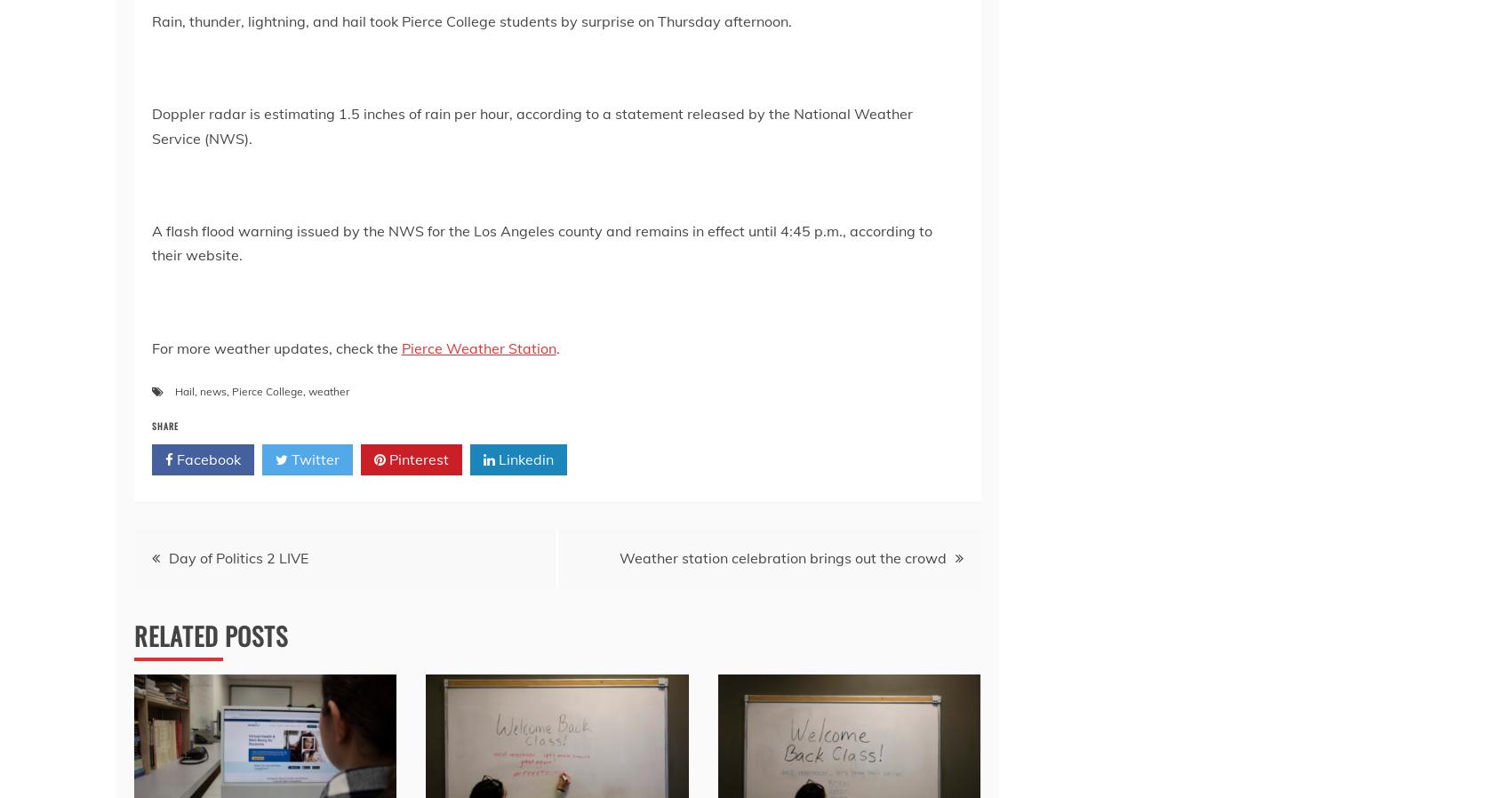  Describe the element at coordinates (209, 635) in the screenshot. I see `'Related Posts'` at that location.